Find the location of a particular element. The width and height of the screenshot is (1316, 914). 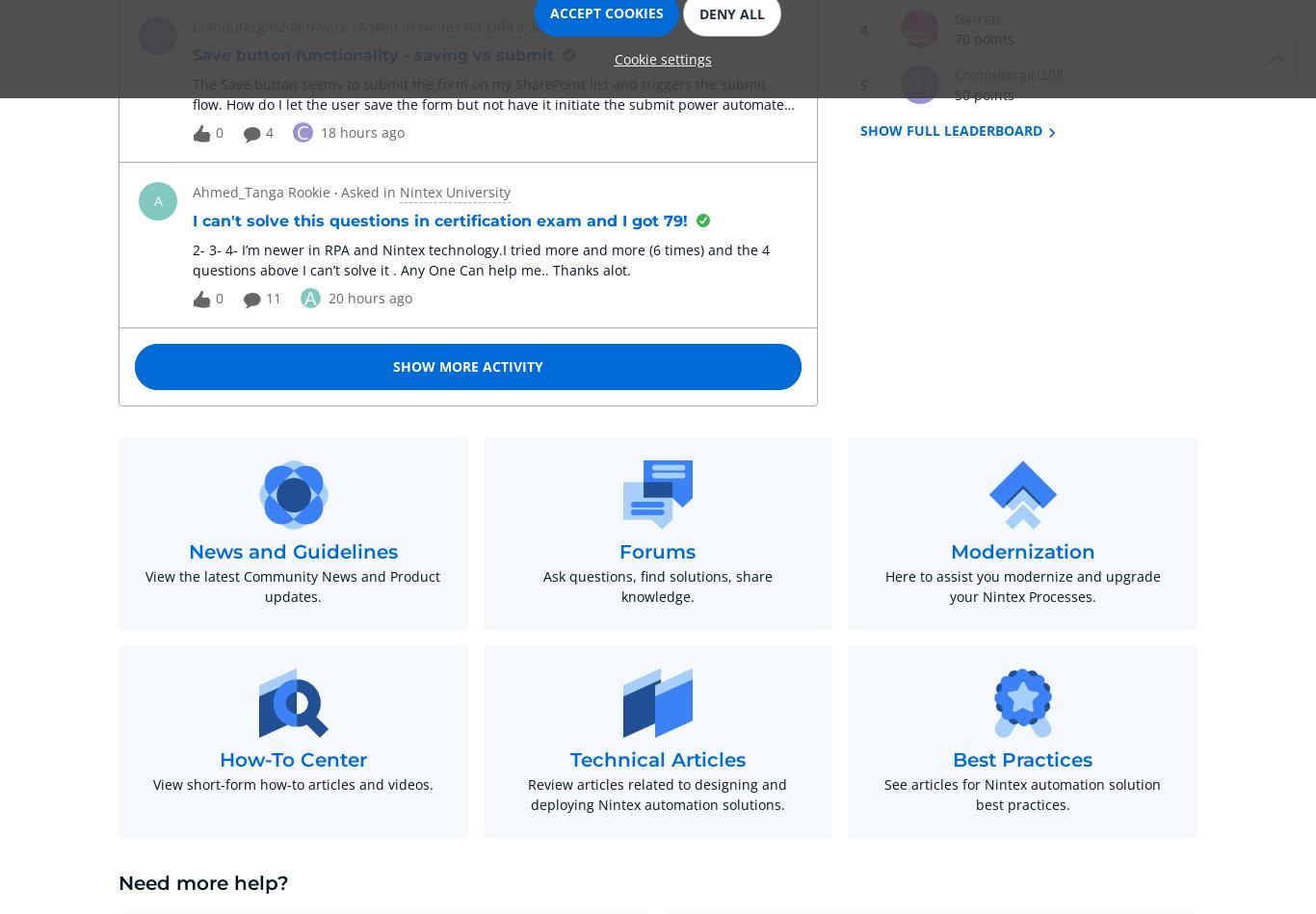

'11' is located at coordinates (273, 297).